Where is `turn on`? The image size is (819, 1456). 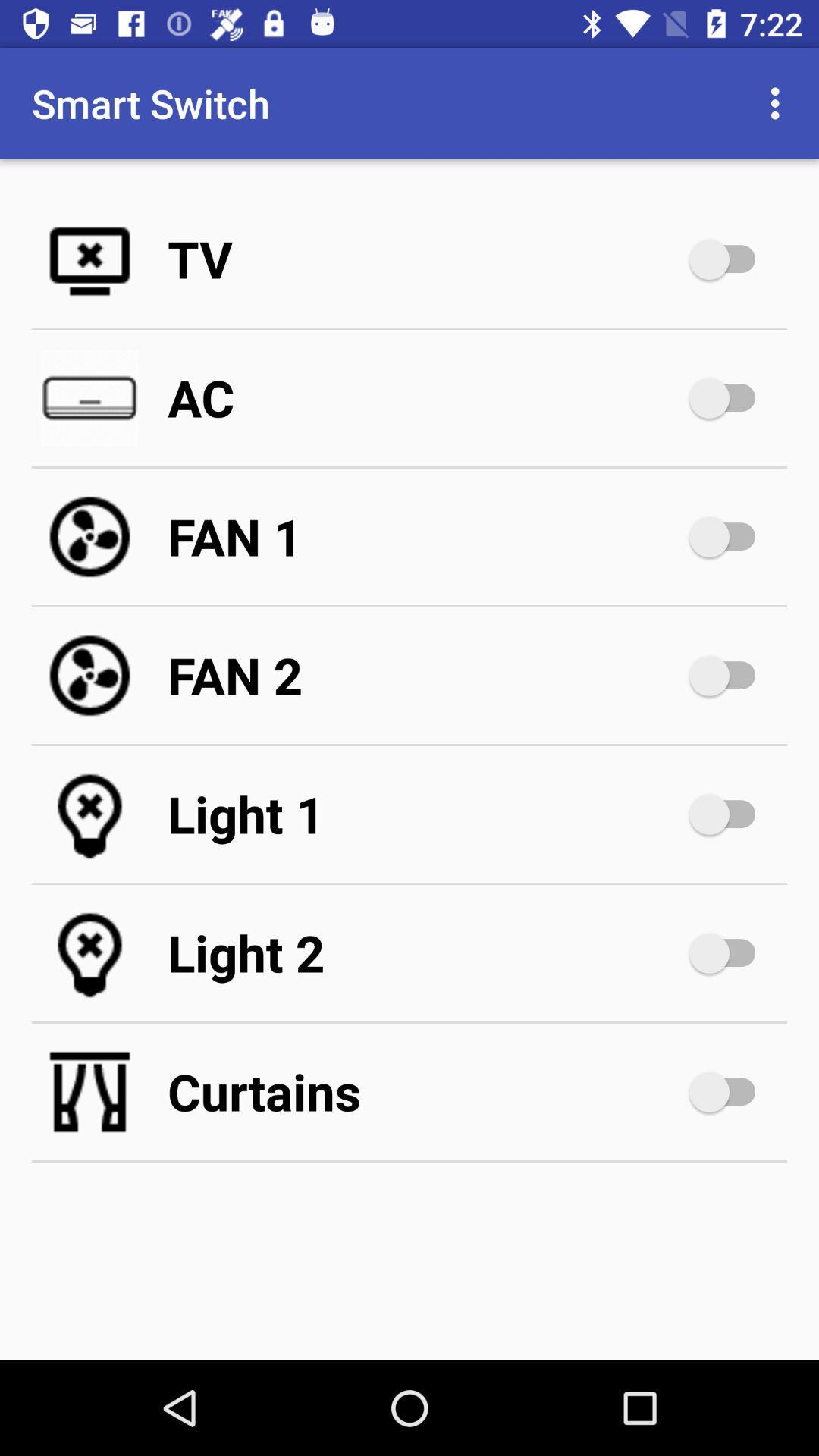
turn on is located at coordinates (729, 675).